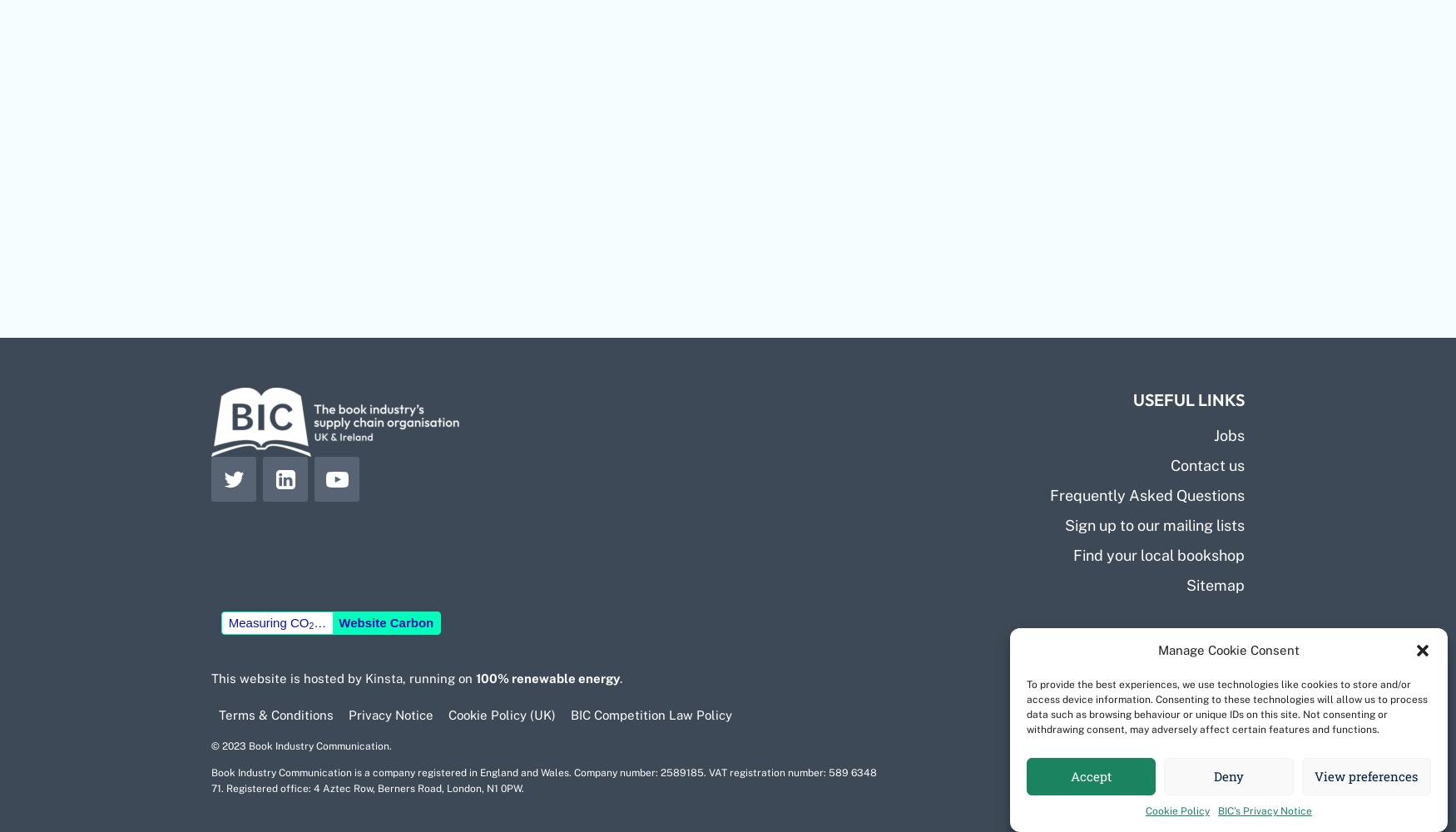  I want to click on 'Cookie Policy (UK)', so click(502, 713).